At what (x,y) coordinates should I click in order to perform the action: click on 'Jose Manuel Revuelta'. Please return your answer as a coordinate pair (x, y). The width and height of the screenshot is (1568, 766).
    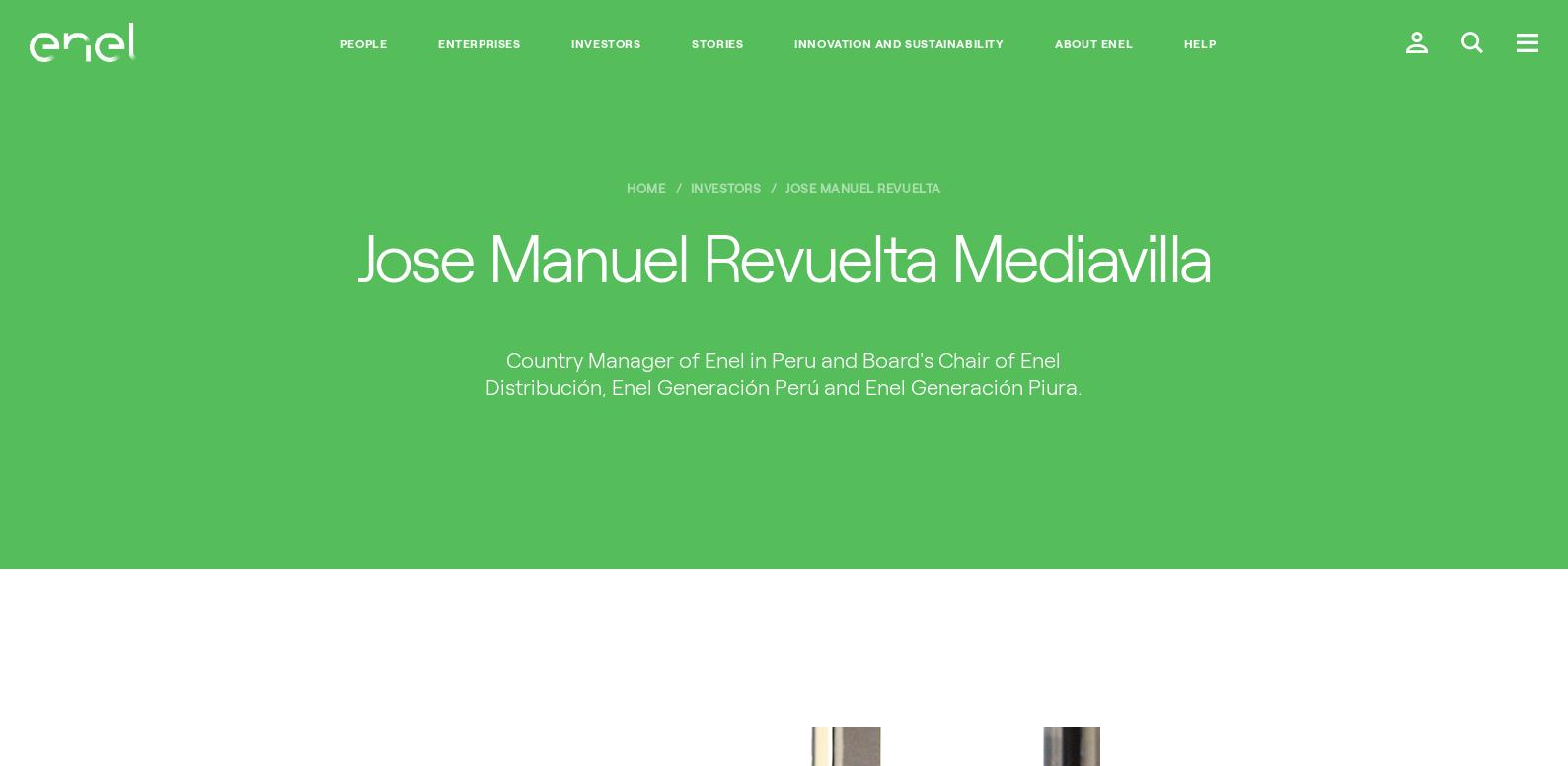
    Looking at the image, I should click on (784, 188).